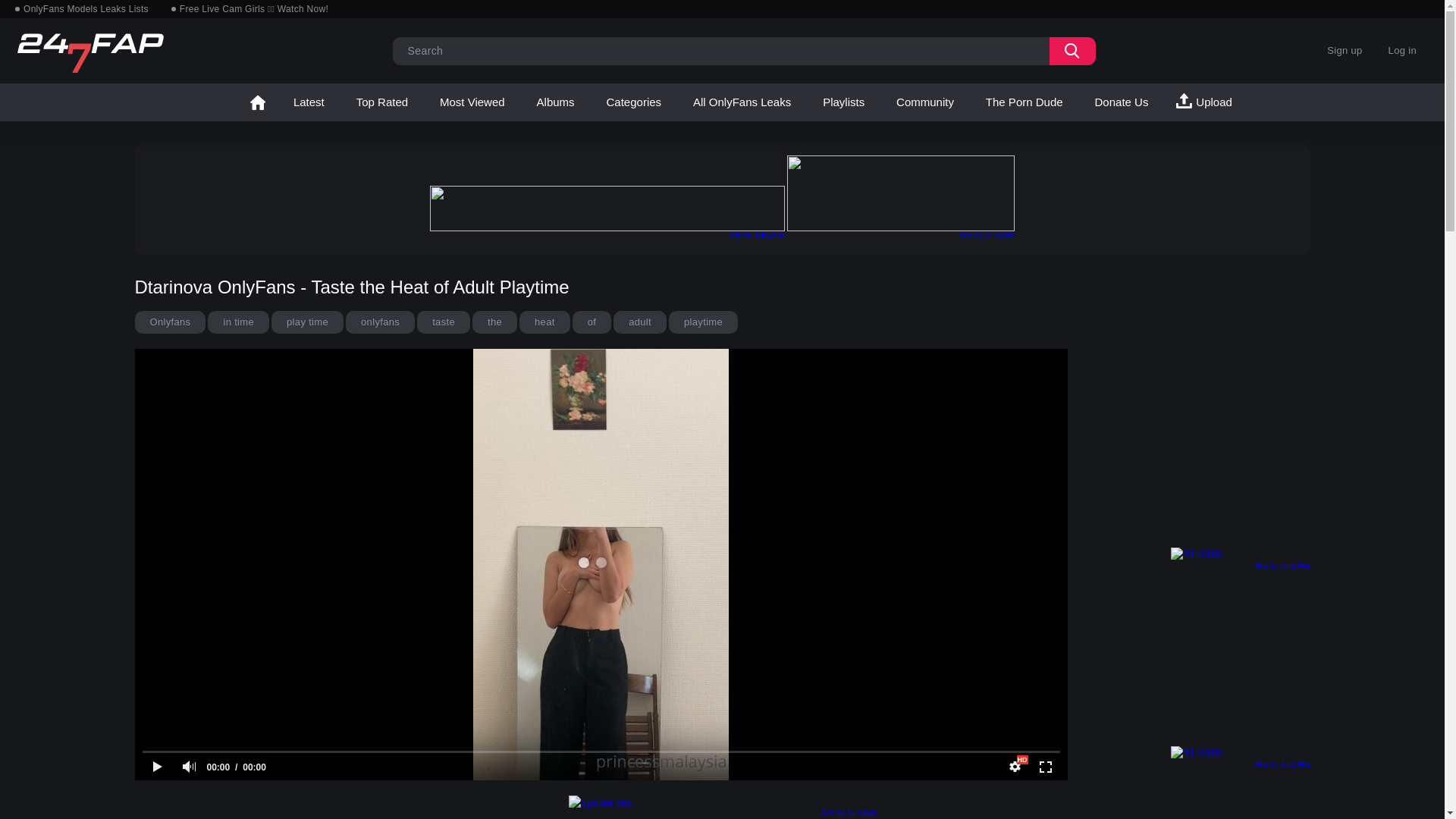  What do you see at coordinates (1376, 49) in the screenshot?
I see `'Log in'` at bounding box center [1376, 49].